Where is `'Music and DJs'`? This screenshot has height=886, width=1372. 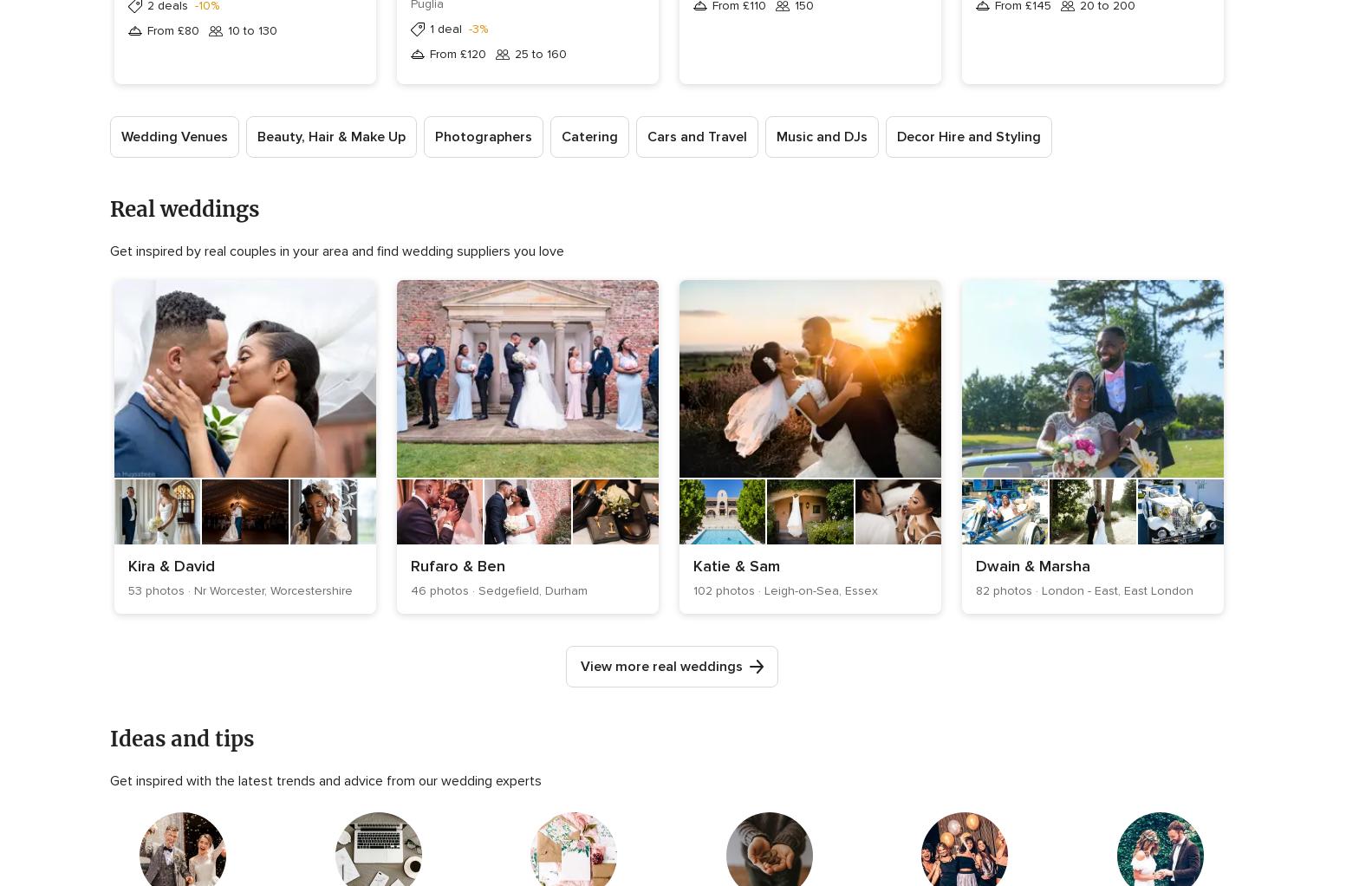
'Music and DJs' is located at coordinates (776, 136).